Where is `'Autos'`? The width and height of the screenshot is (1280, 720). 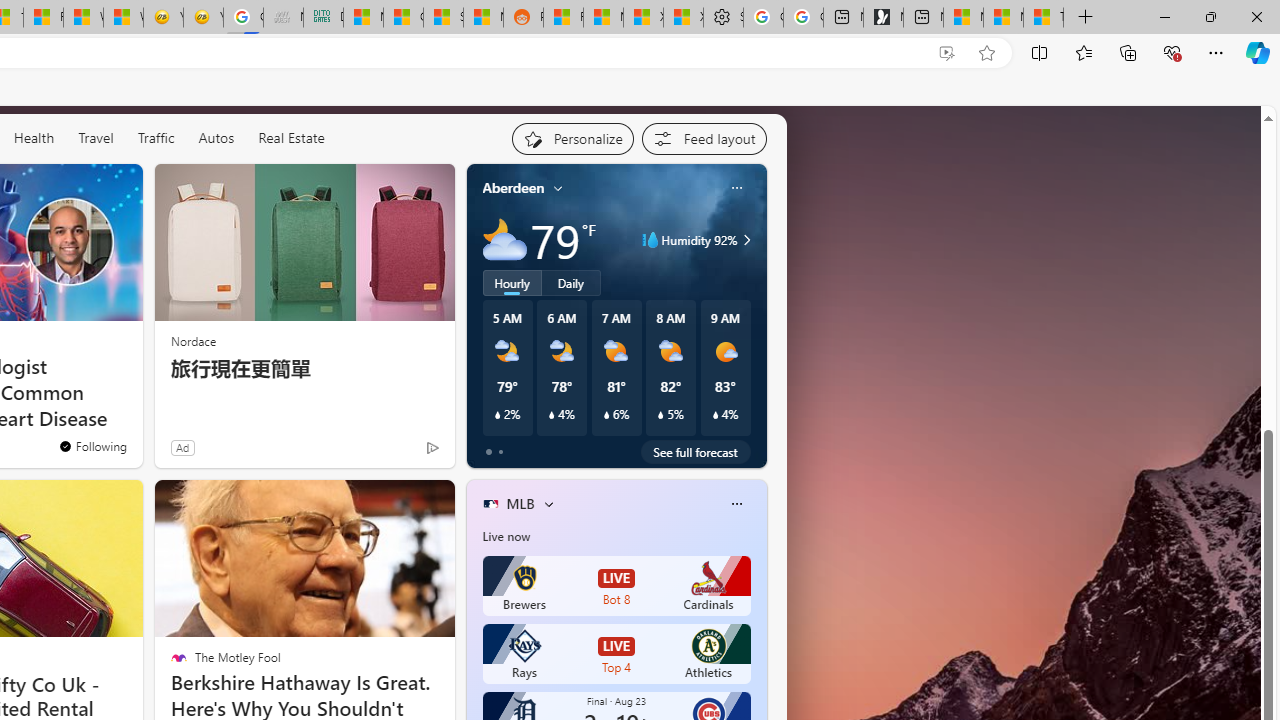 'Autos' is located at coordinates (216, 137).